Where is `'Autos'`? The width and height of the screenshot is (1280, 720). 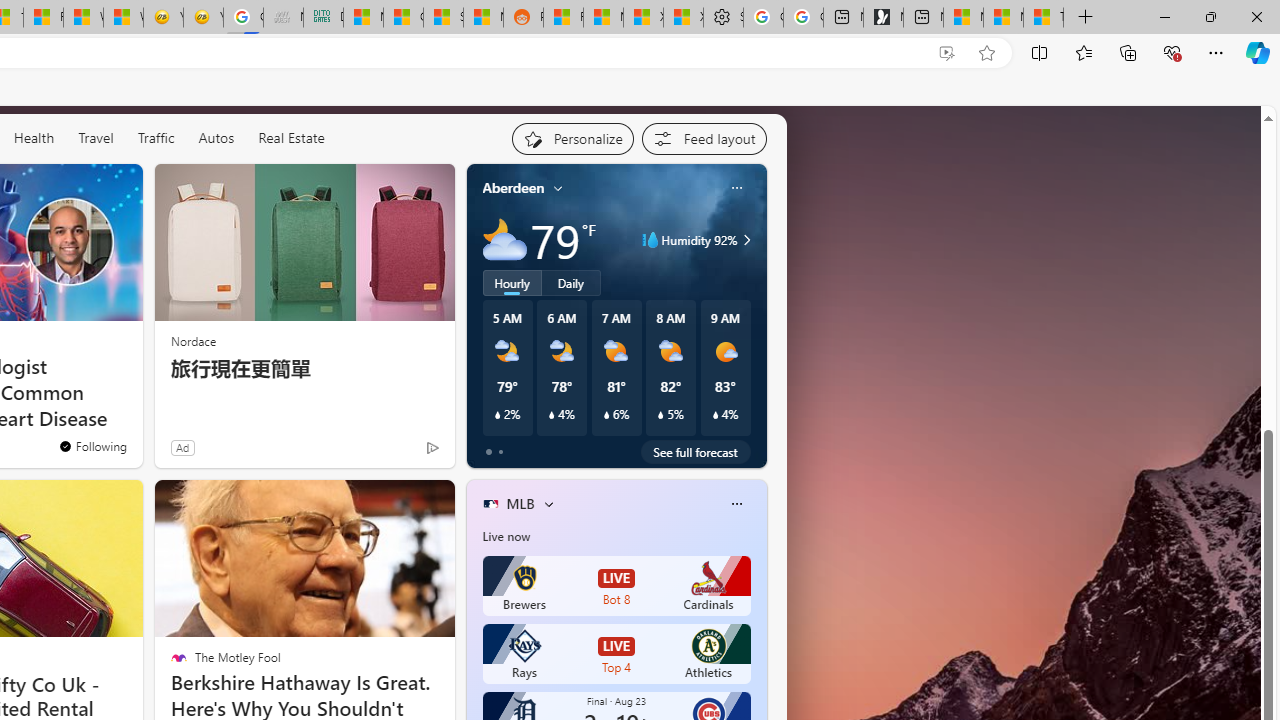 'Autos' is located at coordinates (216, 137).